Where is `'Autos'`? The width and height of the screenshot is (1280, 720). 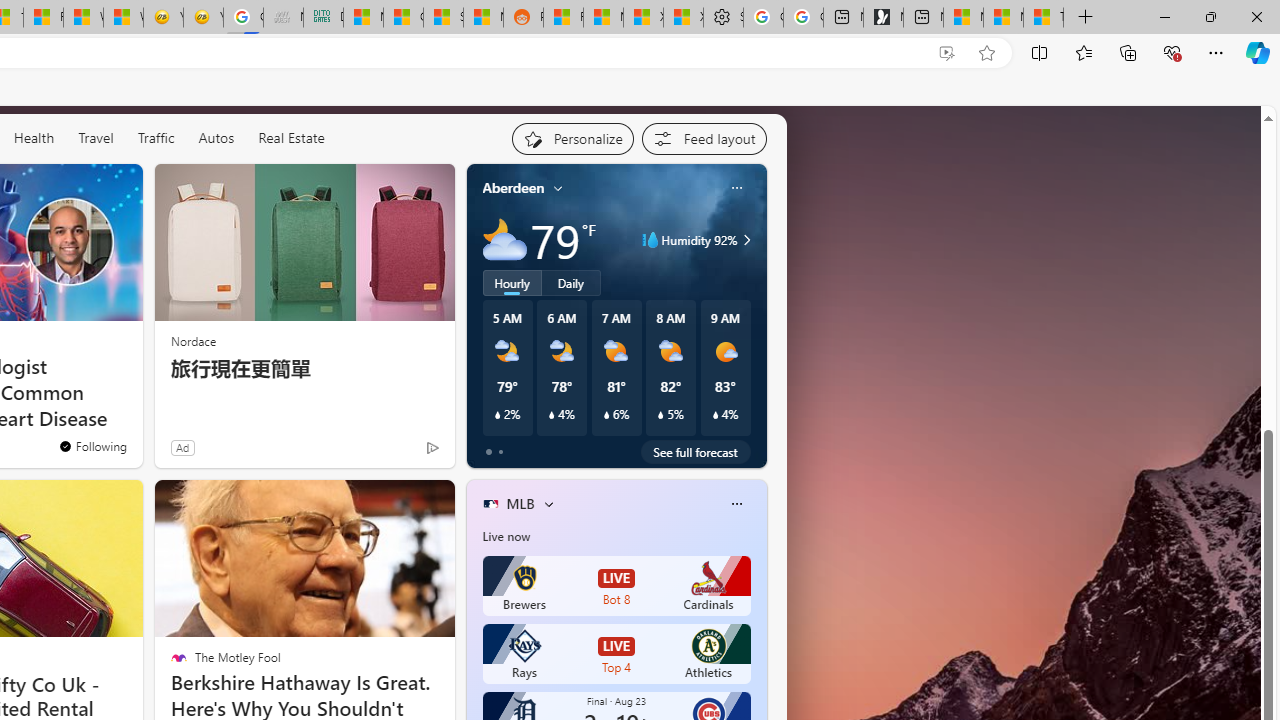 'Autos' is located at coordinates (216, 137).